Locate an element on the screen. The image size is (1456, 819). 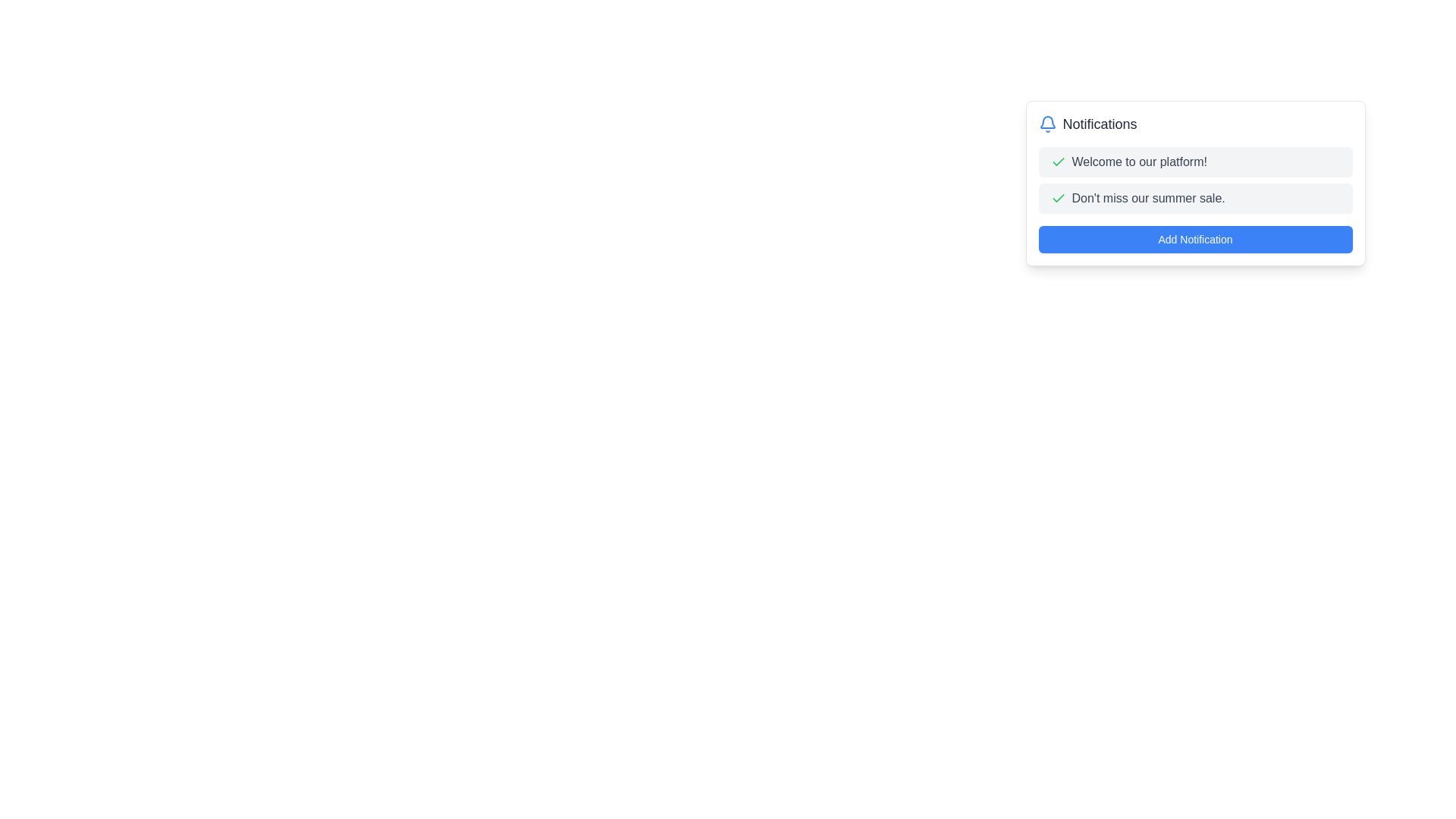
the text label that displays 'Welcome is located at coordinates (1139, 162).